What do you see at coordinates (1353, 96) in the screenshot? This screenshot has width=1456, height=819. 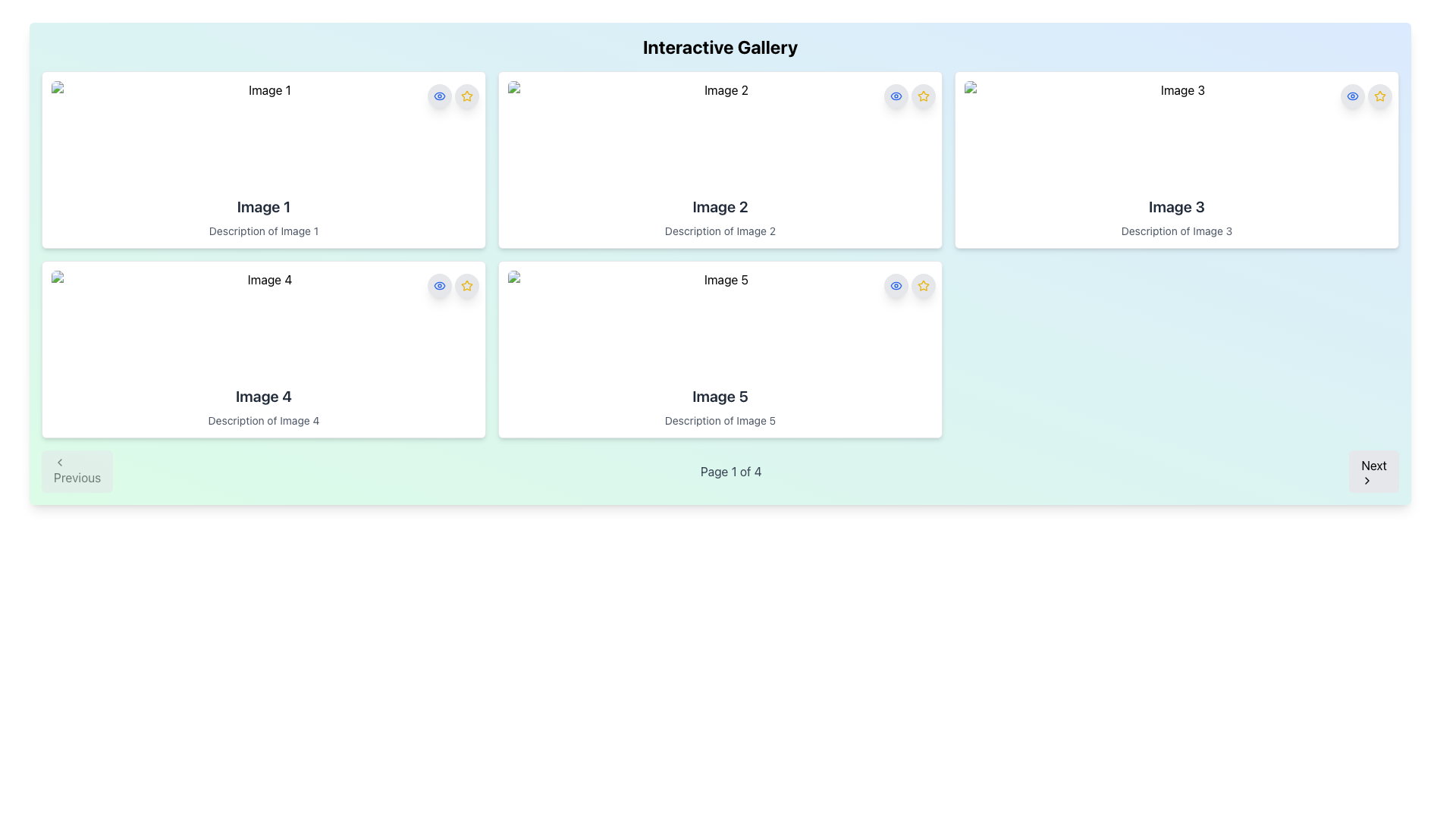 I see `the eye icon in the top-right corner of the 'Image 3' card` at bounding box center [1353, 96].